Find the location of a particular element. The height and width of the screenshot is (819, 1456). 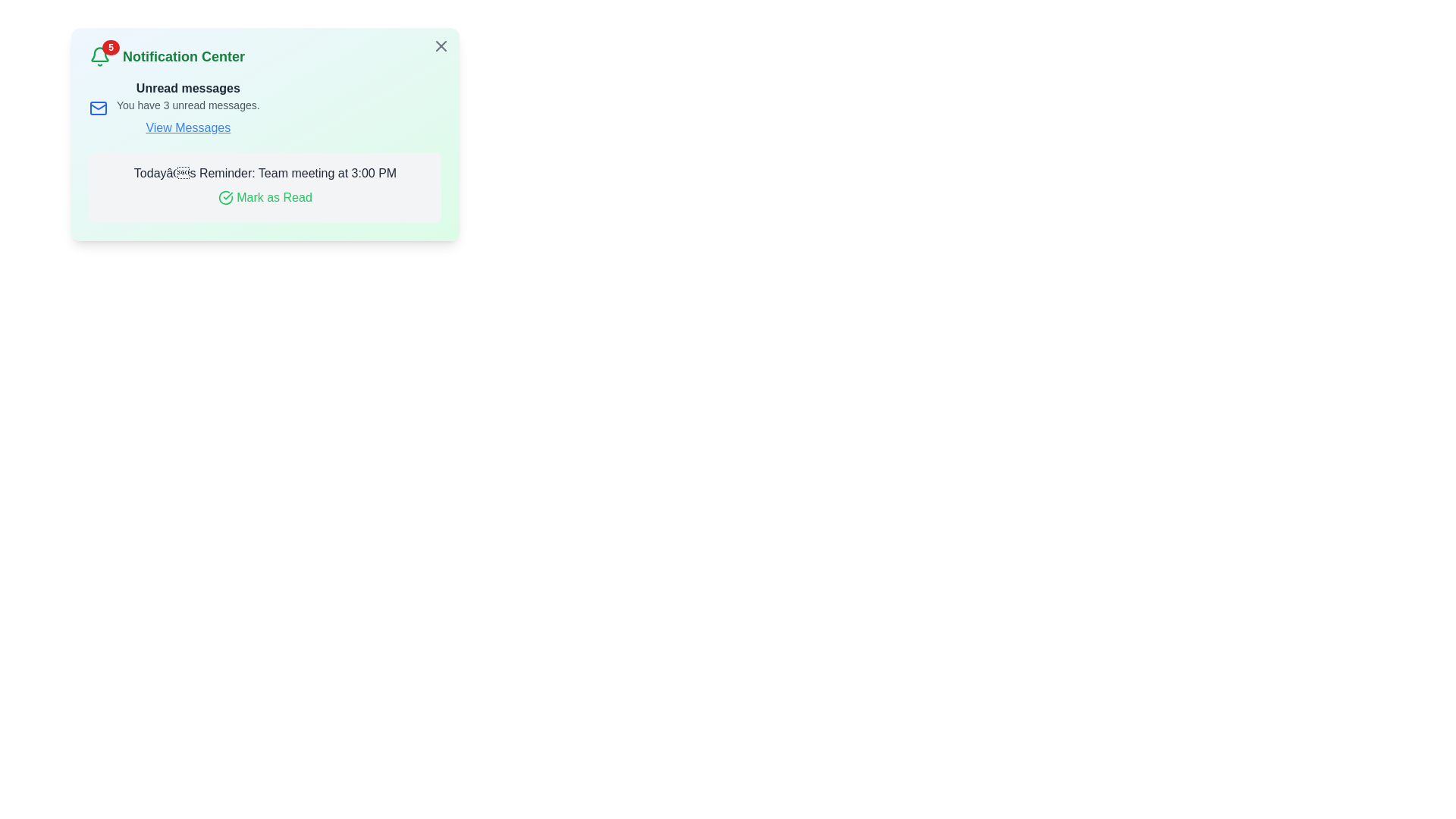

the SVG rectangle element representing part of a mail icon, located in the notification center view, left of the 'Unread messages' text is located at coordinates (97, 107).